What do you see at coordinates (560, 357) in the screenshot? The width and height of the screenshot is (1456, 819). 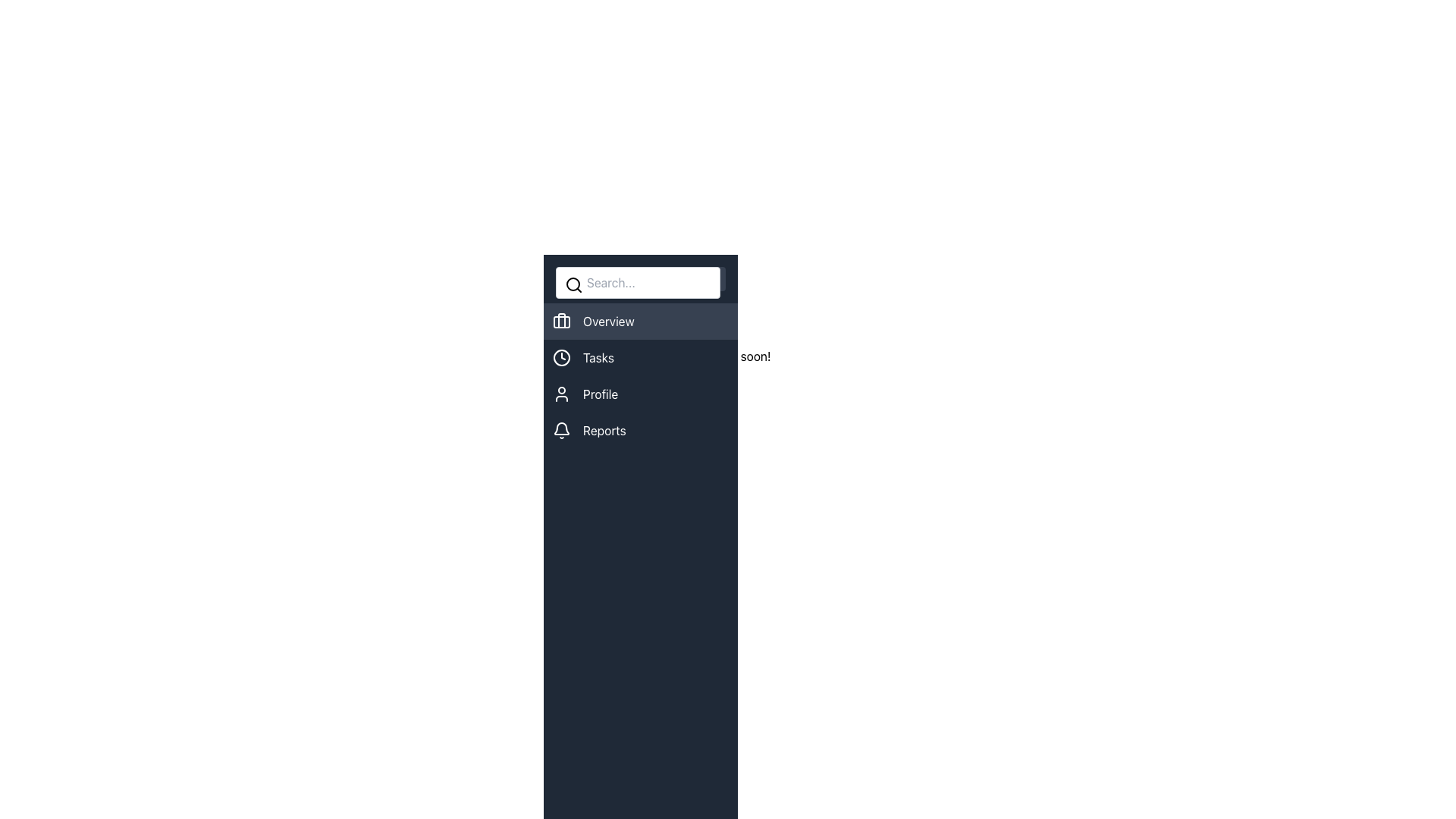 I see `the circular SVG graphic resembling a clock face, which is part of the 'Tasks' menu item located on the left side of the interface` at bounding box center [560, 357].